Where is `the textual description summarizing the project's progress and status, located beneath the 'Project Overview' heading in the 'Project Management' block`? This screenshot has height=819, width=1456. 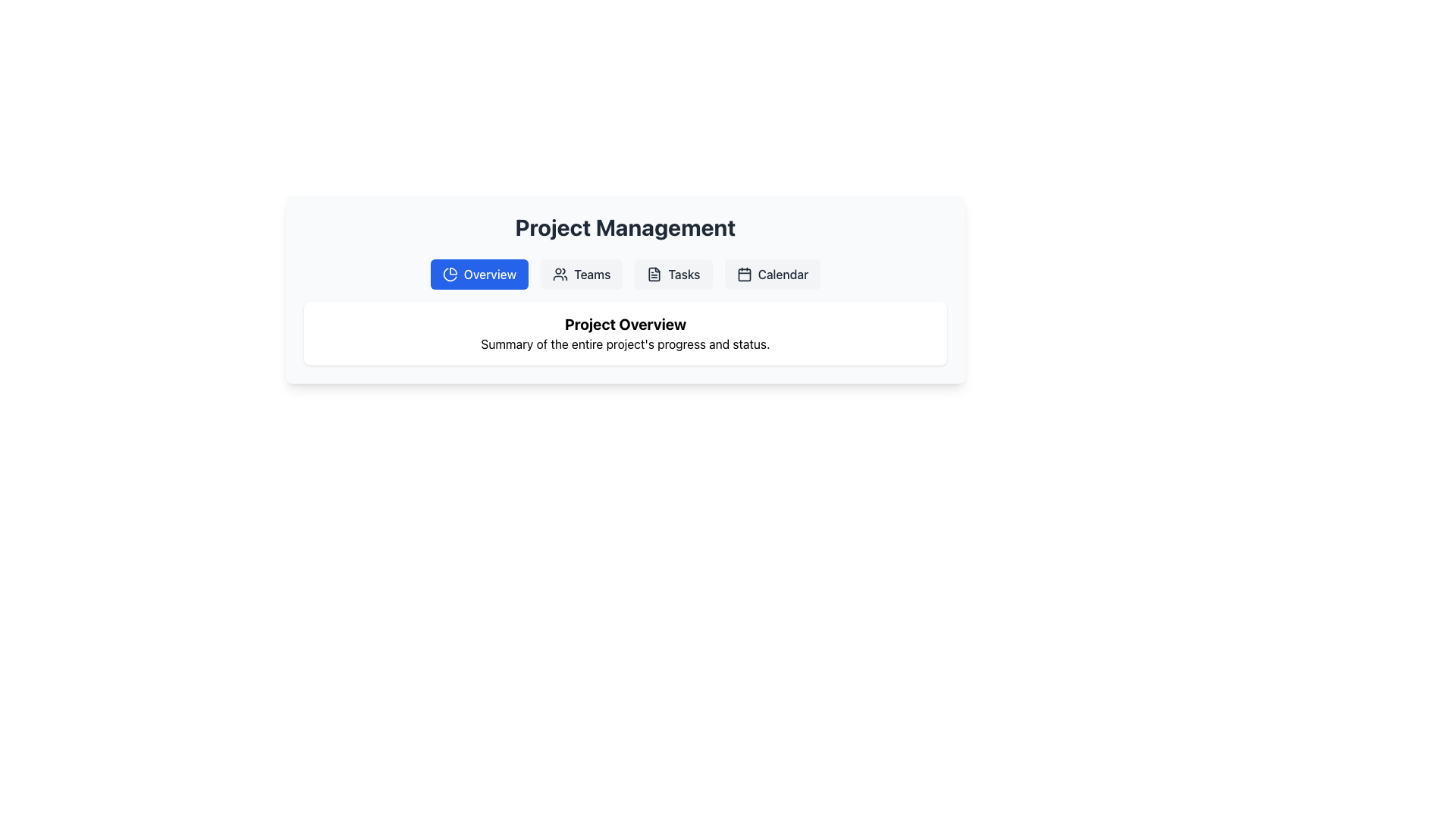
the textual description summarizing the project's progress and status, located beneath the 'Project Overview' heading in the 'Project Management' block is located at coordinates (626, 344).